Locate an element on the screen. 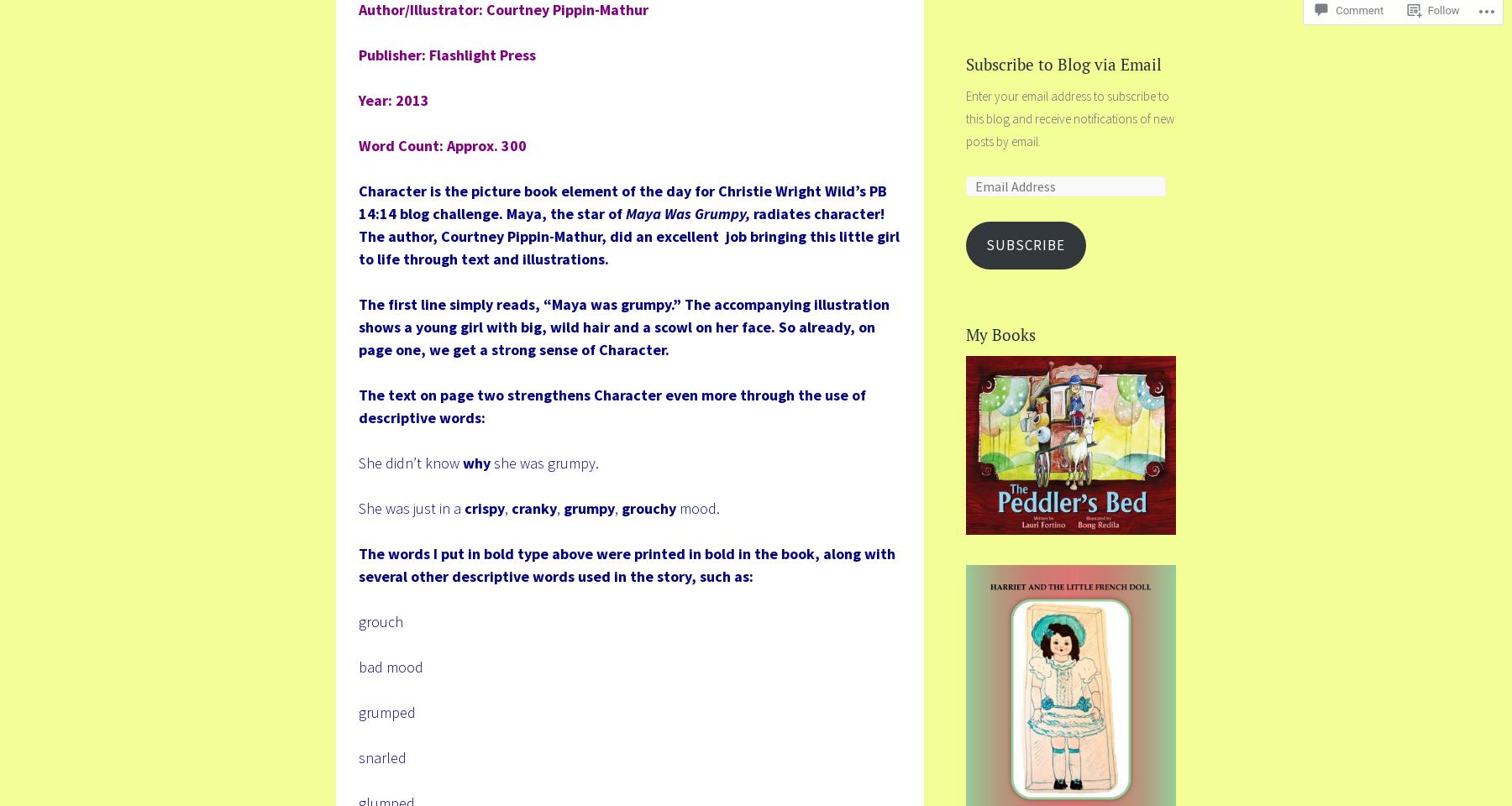 Image resolution: width=1512 pixels, height=806 pixels. 'grouch' is located at coordinates (380, 620).